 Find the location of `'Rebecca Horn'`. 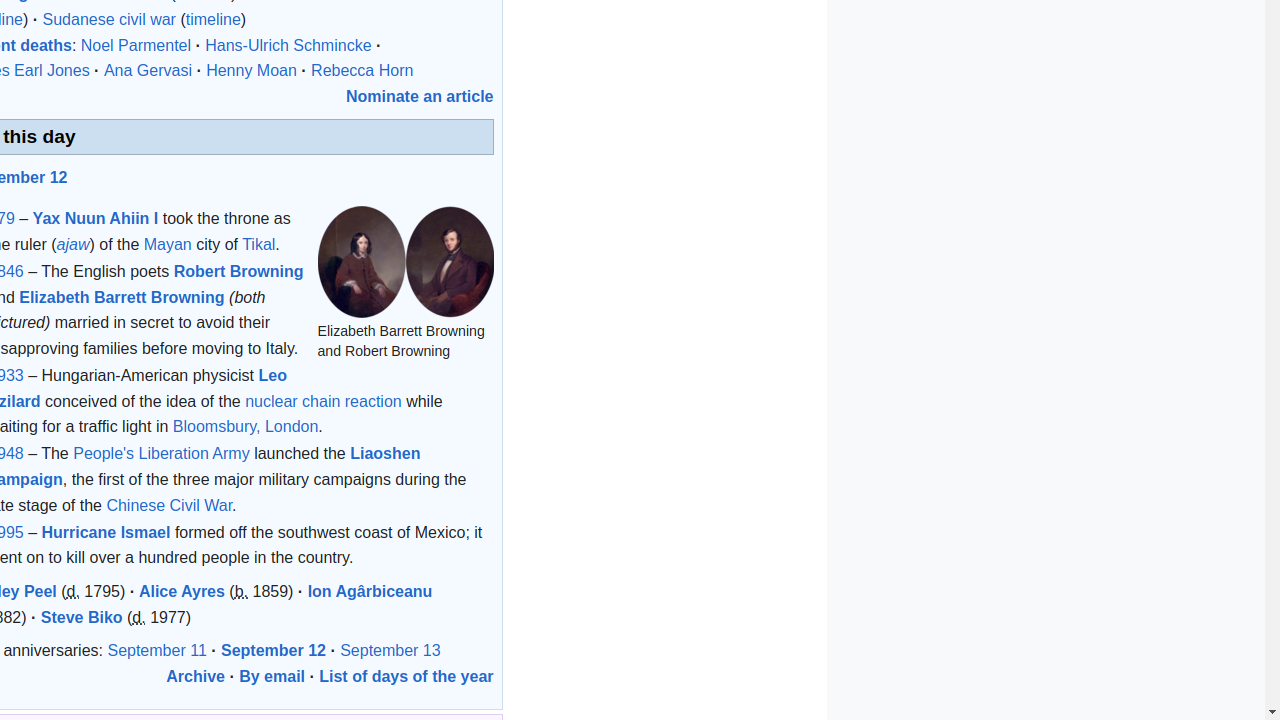

'Rebecca Horn' is located at coordinates (362, 69).